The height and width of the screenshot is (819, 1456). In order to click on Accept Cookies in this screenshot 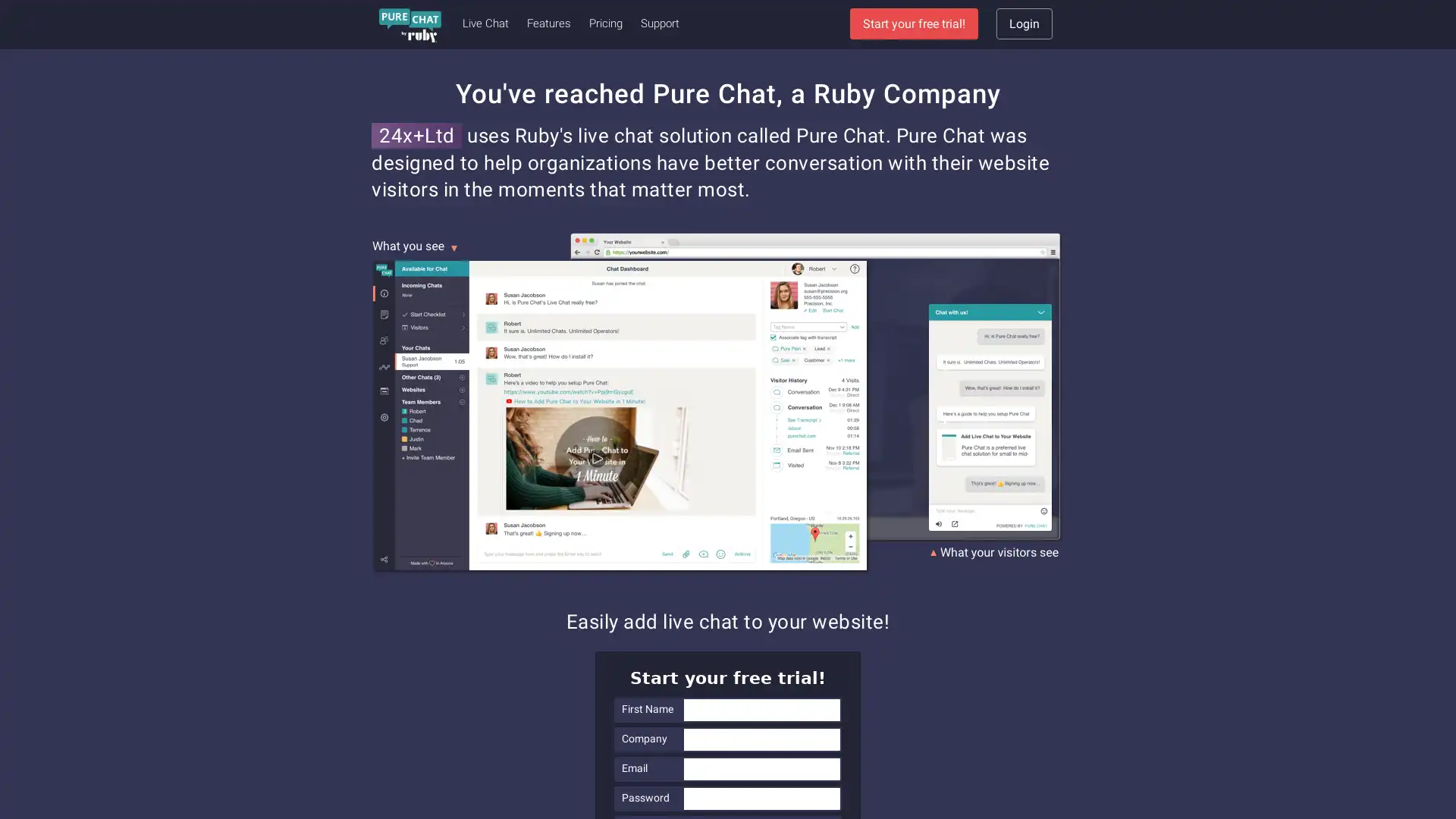, I will do `click(504, 718)`.